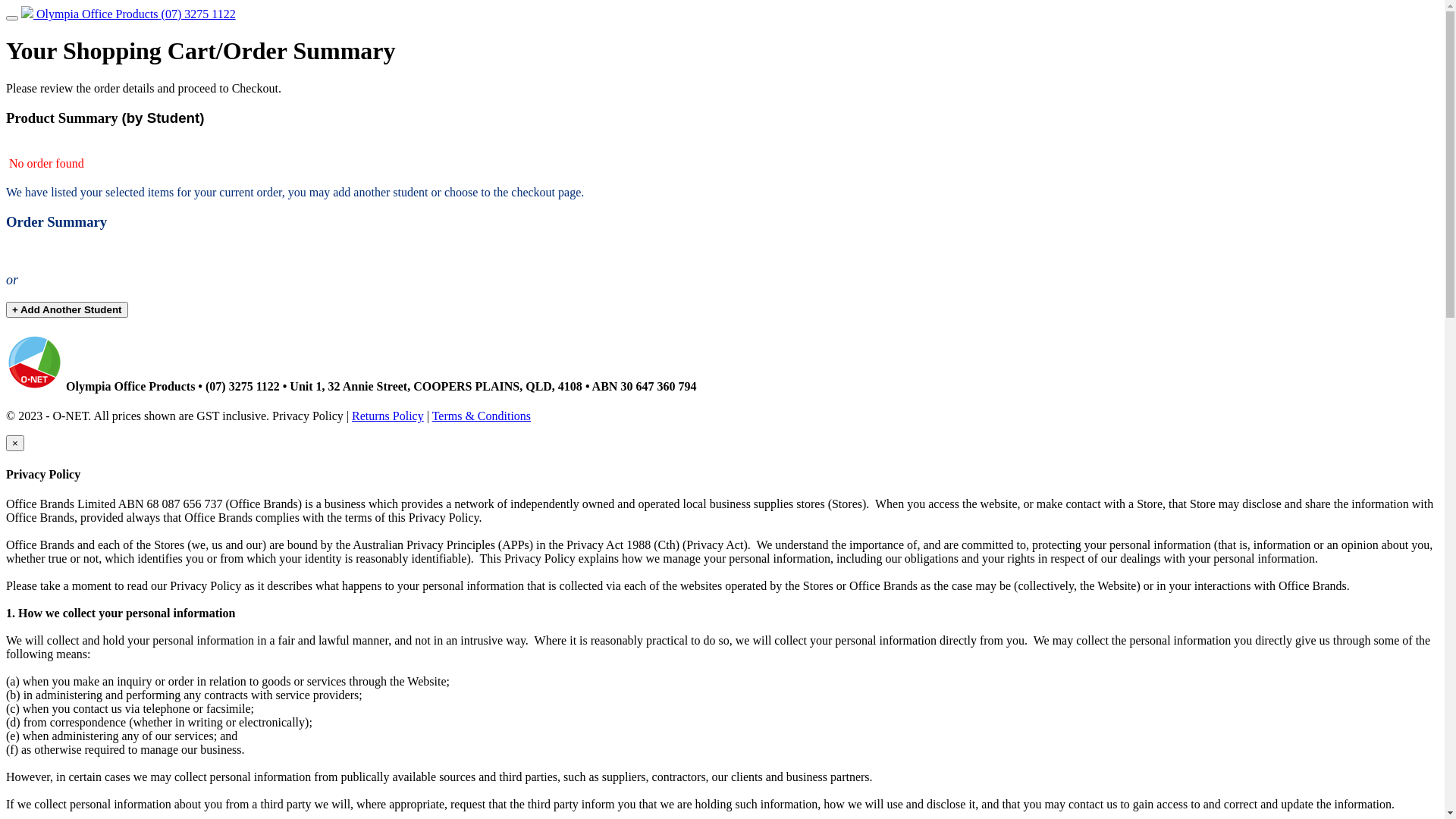 This screenshot has height=819, width=1456. I want to click on '+ Add Another Student', so click(66, 309).